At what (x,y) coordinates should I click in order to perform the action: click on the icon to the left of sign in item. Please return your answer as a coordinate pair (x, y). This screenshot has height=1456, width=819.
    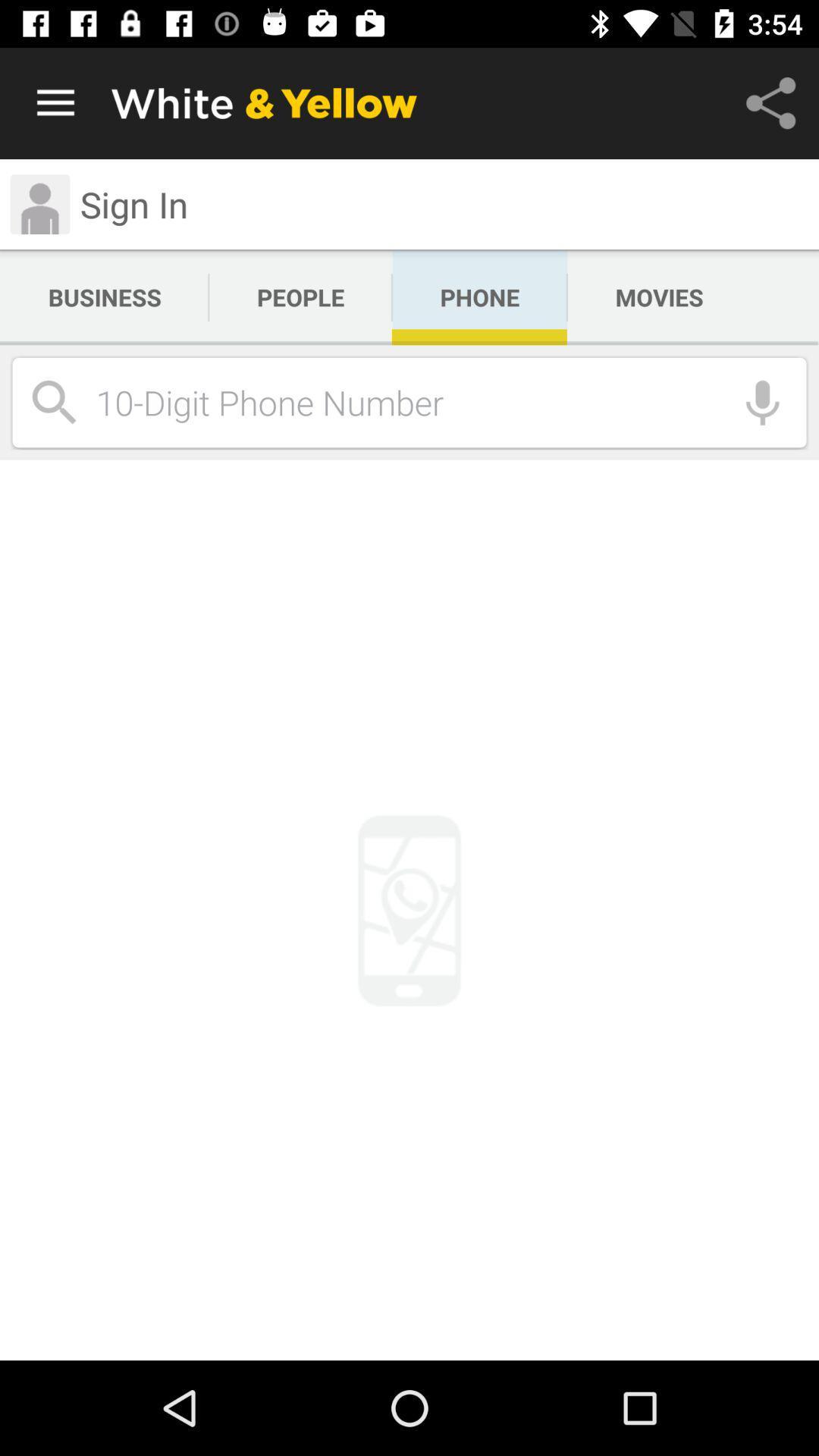
    Looking at the image, I should click on (39, 203).